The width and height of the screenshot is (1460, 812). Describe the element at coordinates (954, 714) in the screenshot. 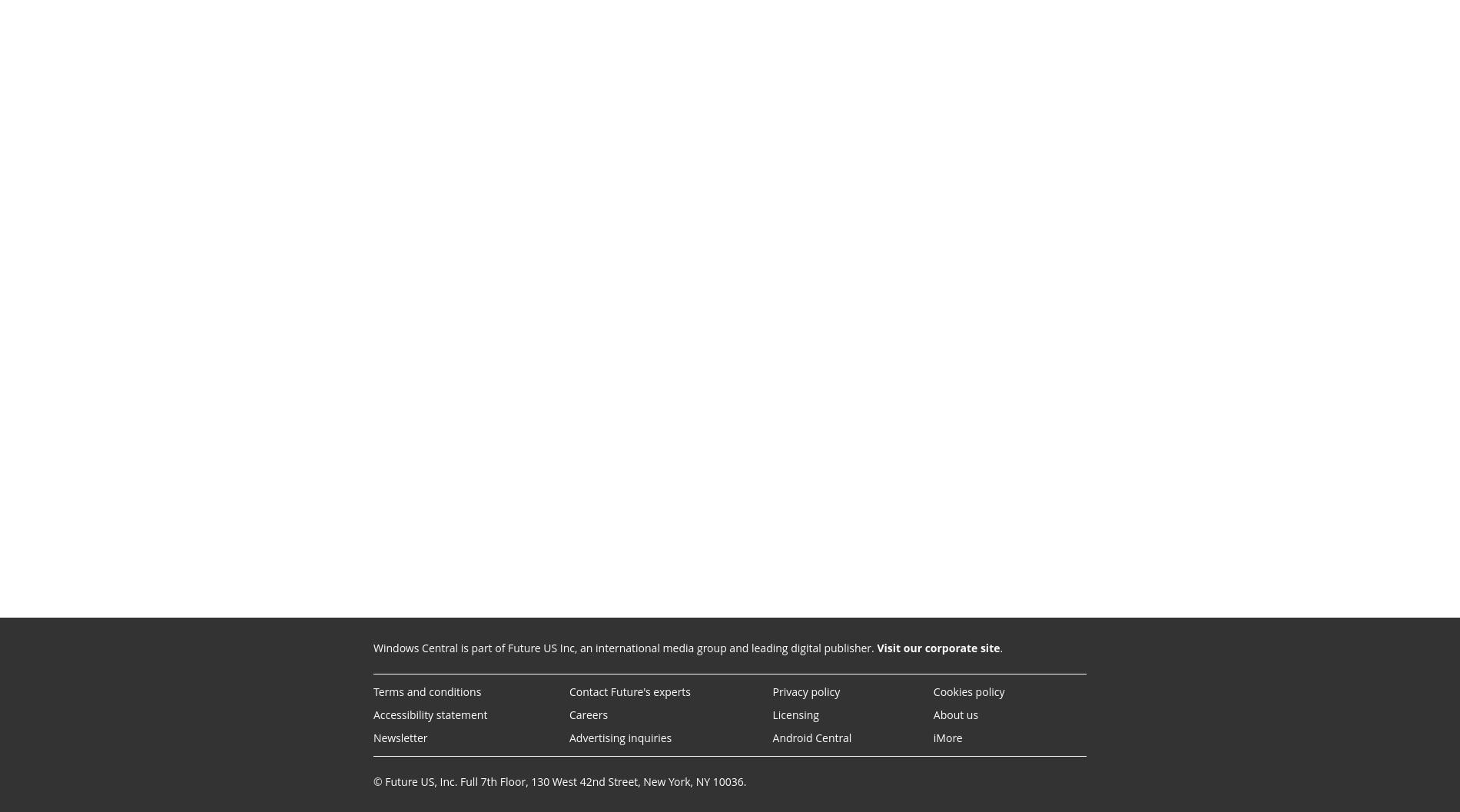

I see `'About us'` at that location.